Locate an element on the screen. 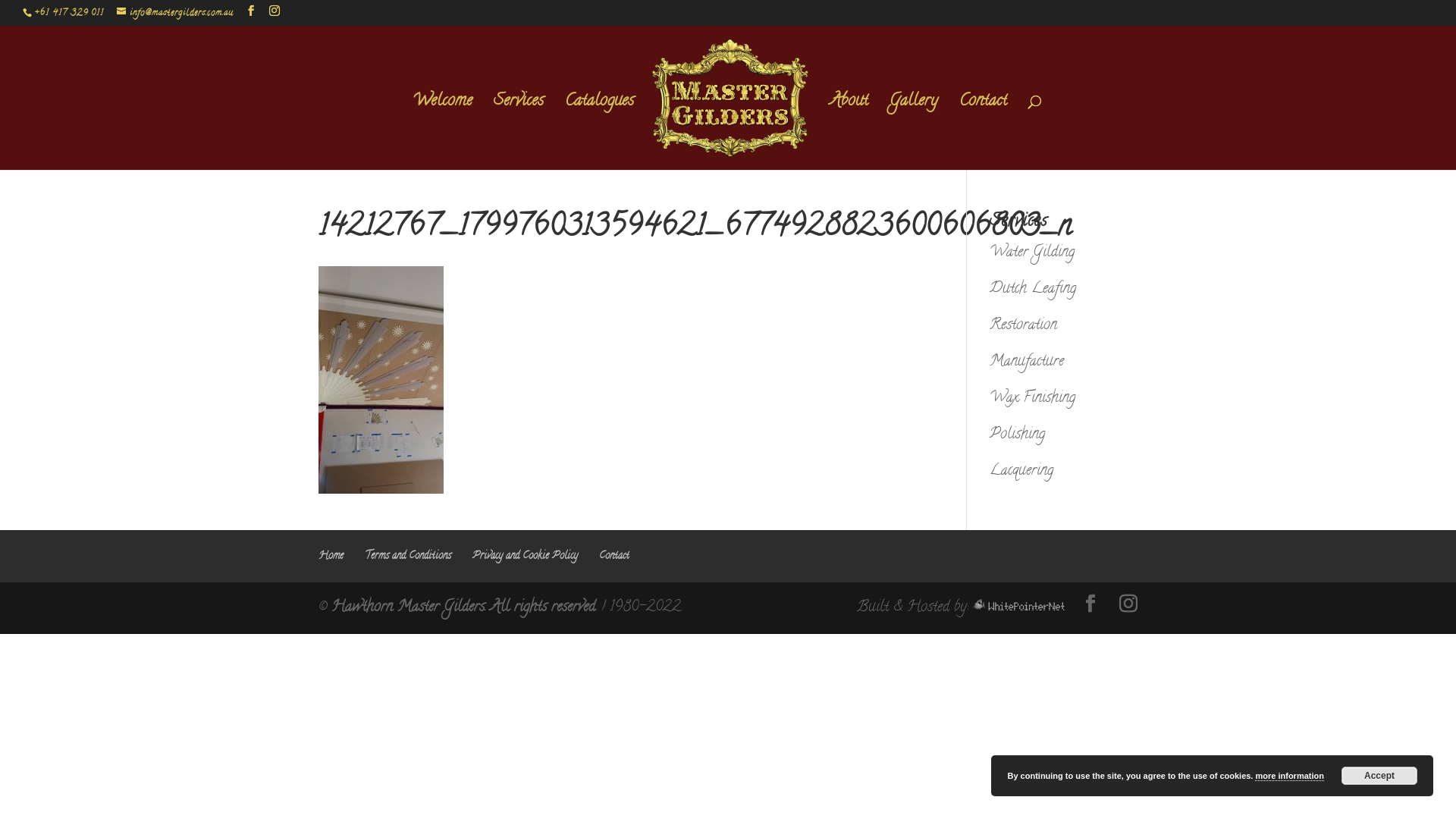 The height and width of the screenshot is (819, 1456). 'Manufacture' is located at coordinates (1026, 362).